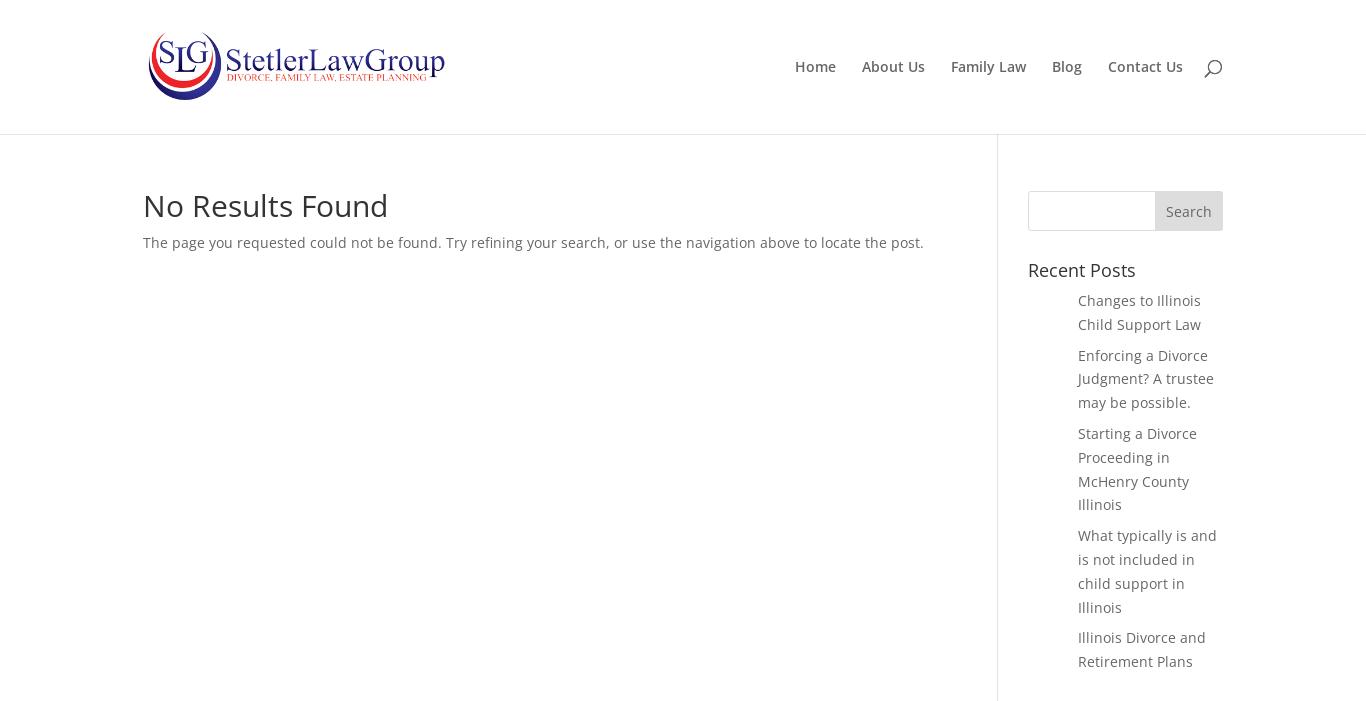 This screenshot has width=1366, height=701. Describe the element at coordinates (1145, 65) in the screenshot. I see `'Contact Us'` at that location.